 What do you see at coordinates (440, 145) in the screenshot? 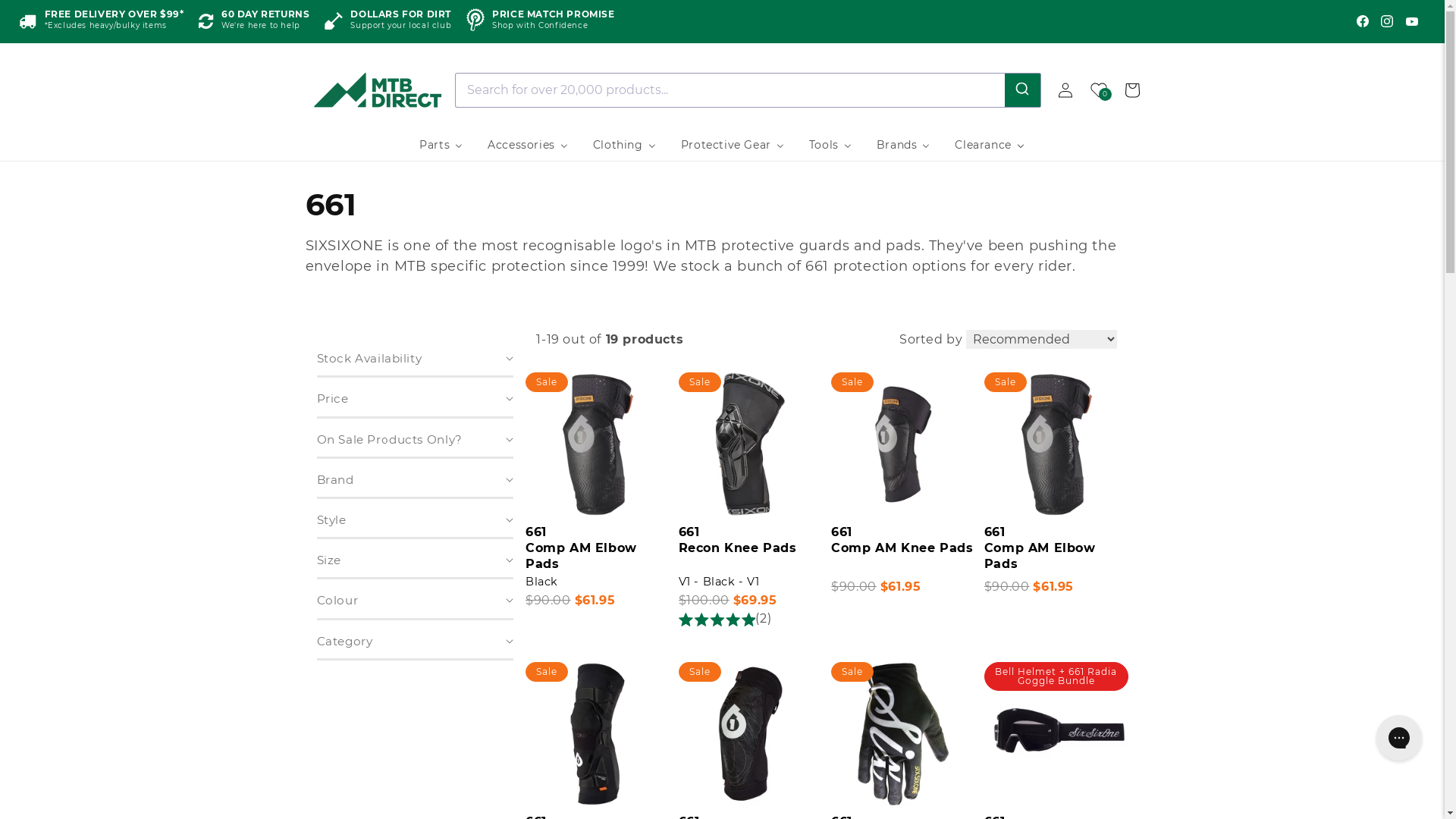
I see `'Parts'` at bounding box center [440, 145].